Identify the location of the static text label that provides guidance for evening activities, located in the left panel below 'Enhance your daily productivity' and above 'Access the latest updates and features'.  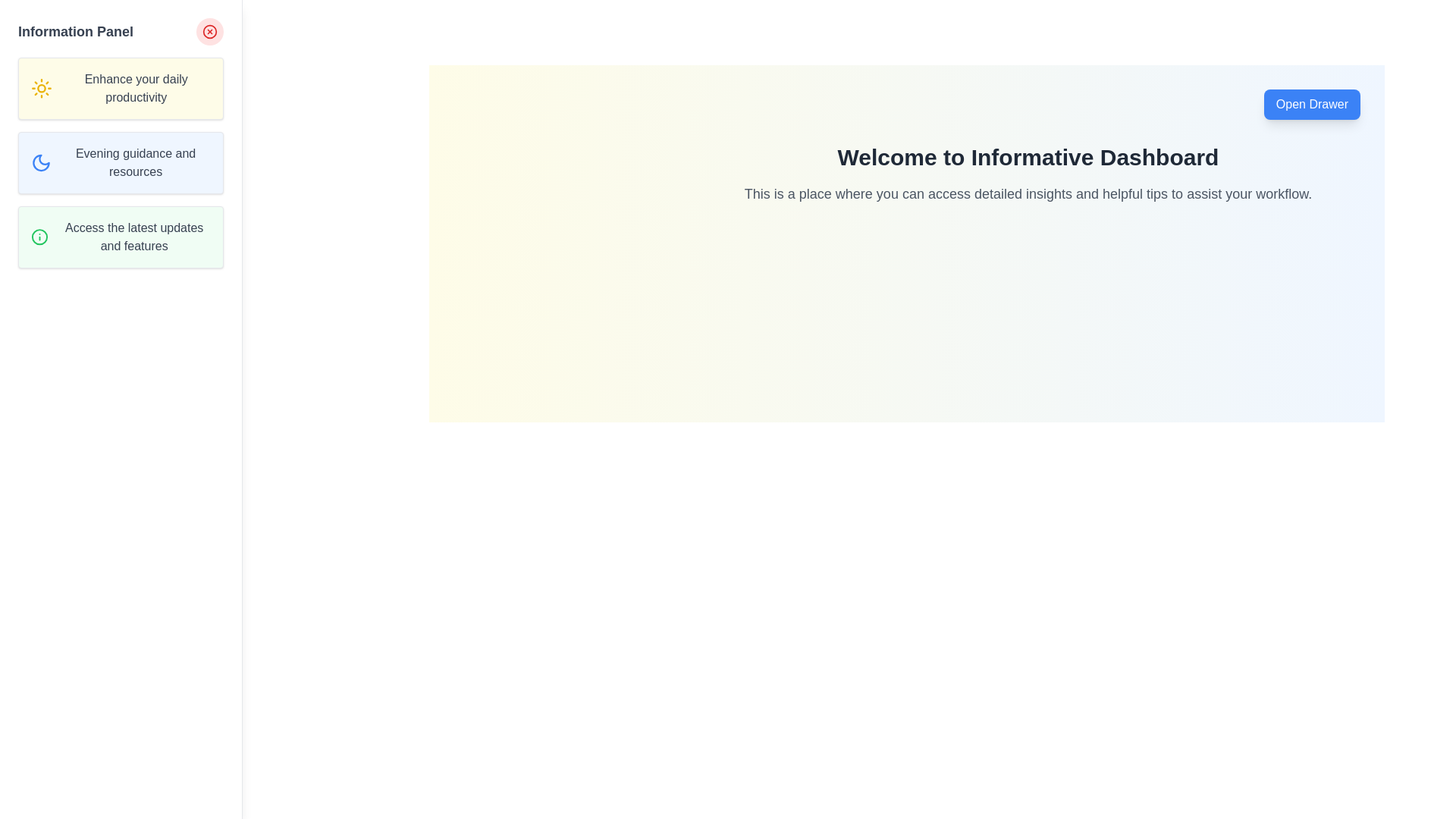
(136, 163).